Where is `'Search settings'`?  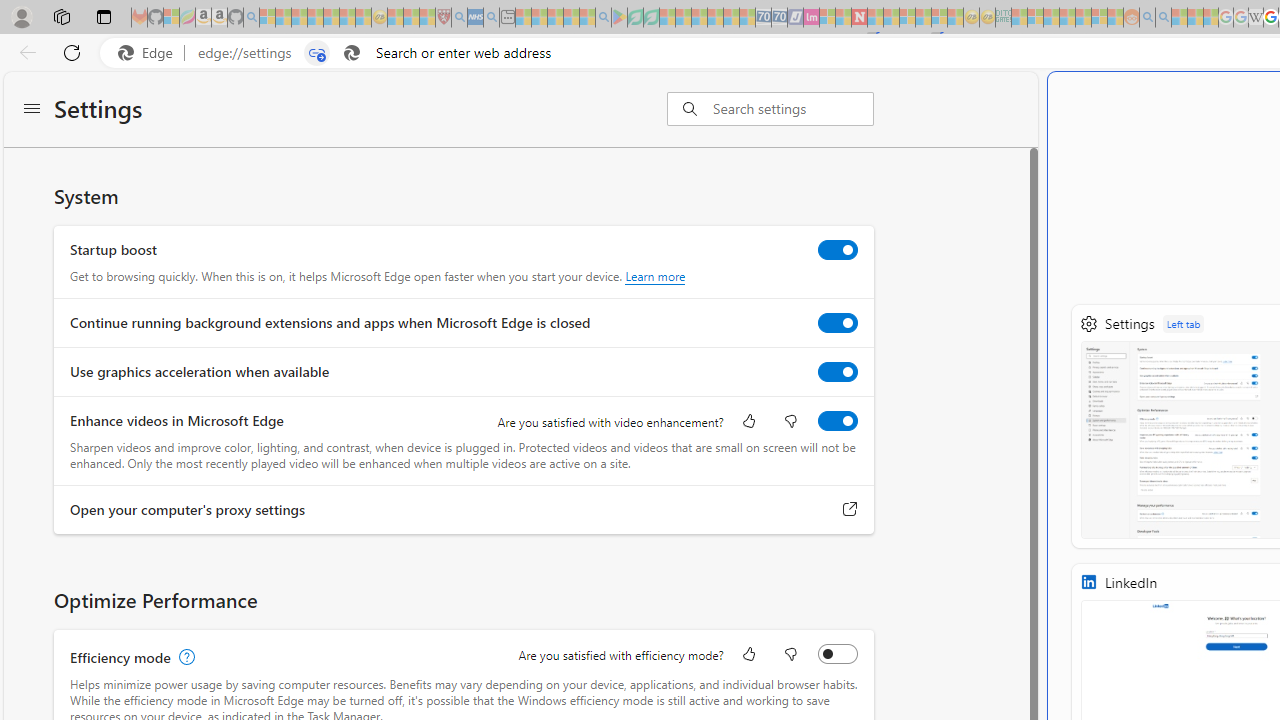
'Search settings' is located at coordinates (791, 109).